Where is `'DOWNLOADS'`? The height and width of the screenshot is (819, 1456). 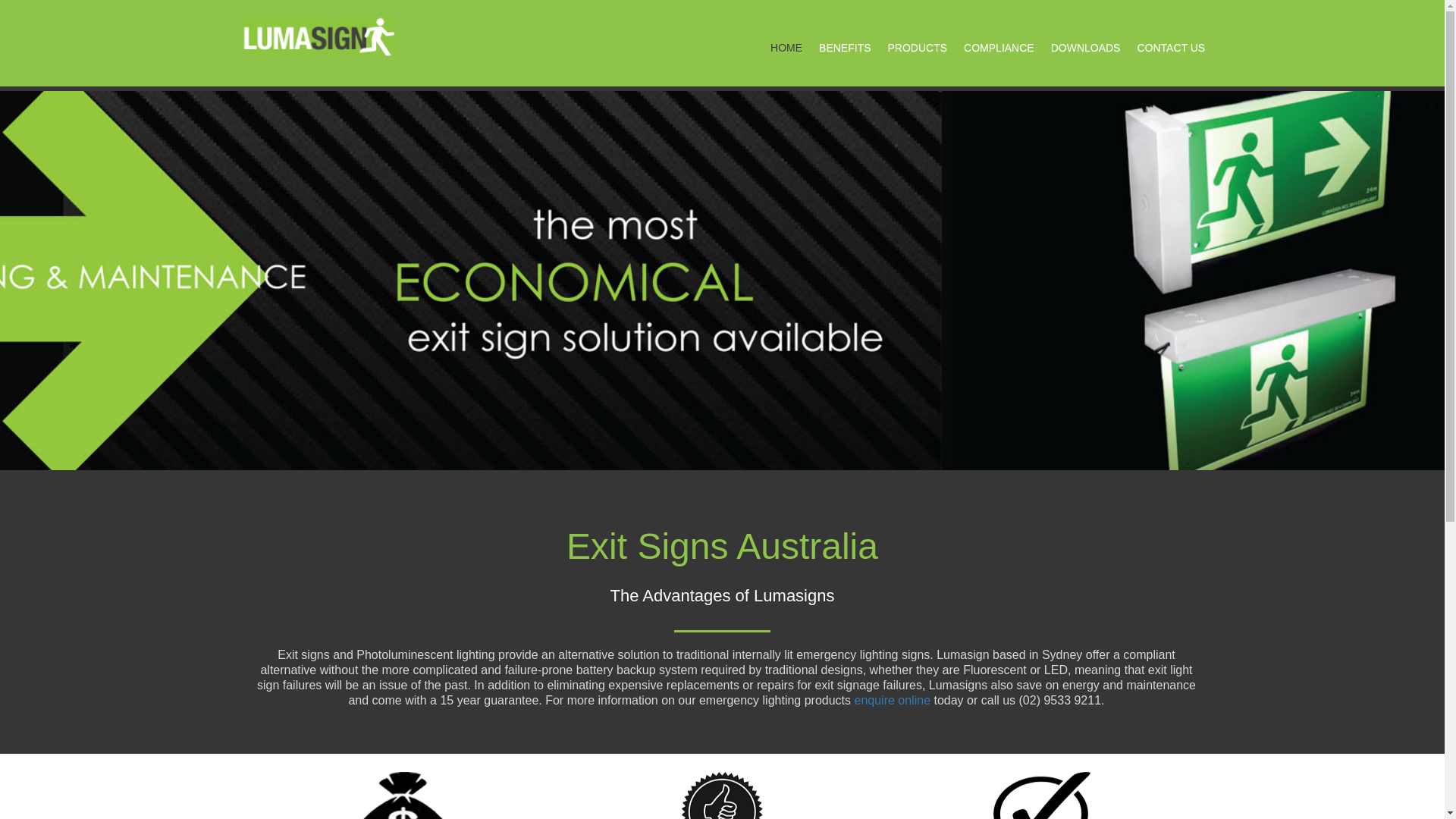
'DOWNLOADS' is located at coordinates (1084, 46).